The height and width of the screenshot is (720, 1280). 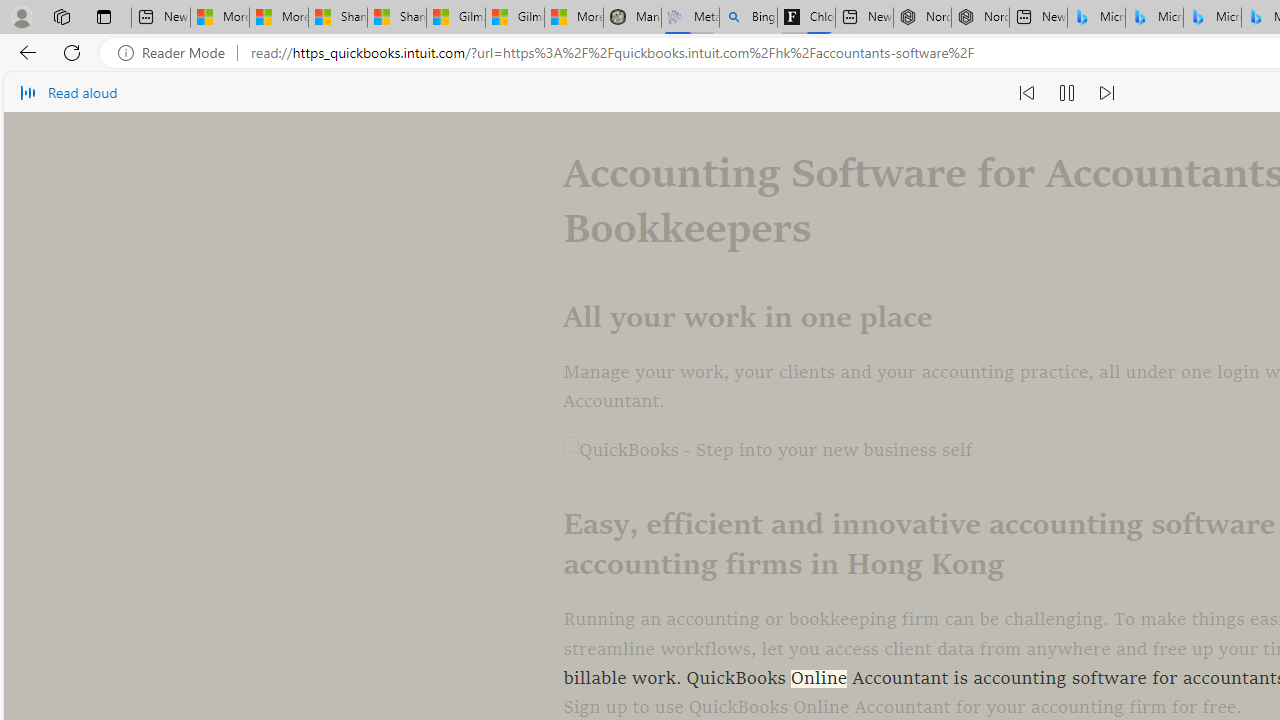 What do you see at coordinates (806, 17) in the screenshot?
I see `'Chloe Sorvino'` at bounding box center [806, 17].